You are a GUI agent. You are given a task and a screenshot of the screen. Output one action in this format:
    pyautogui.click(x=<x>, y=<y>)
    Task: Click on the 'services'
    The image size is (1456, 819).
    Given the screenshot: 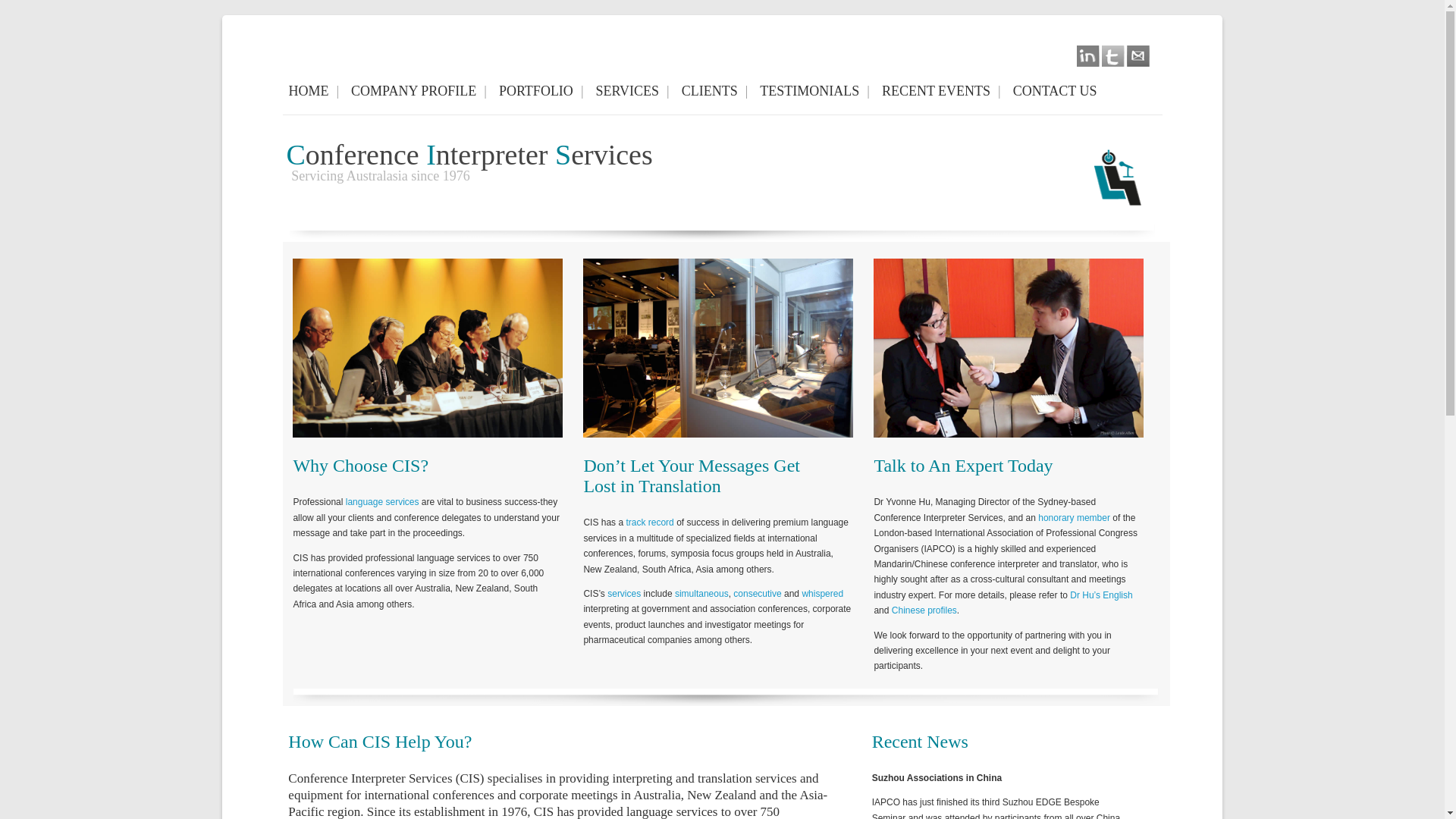 What is the action you would take?
    pyautogui.click(x=623, y=593)
    